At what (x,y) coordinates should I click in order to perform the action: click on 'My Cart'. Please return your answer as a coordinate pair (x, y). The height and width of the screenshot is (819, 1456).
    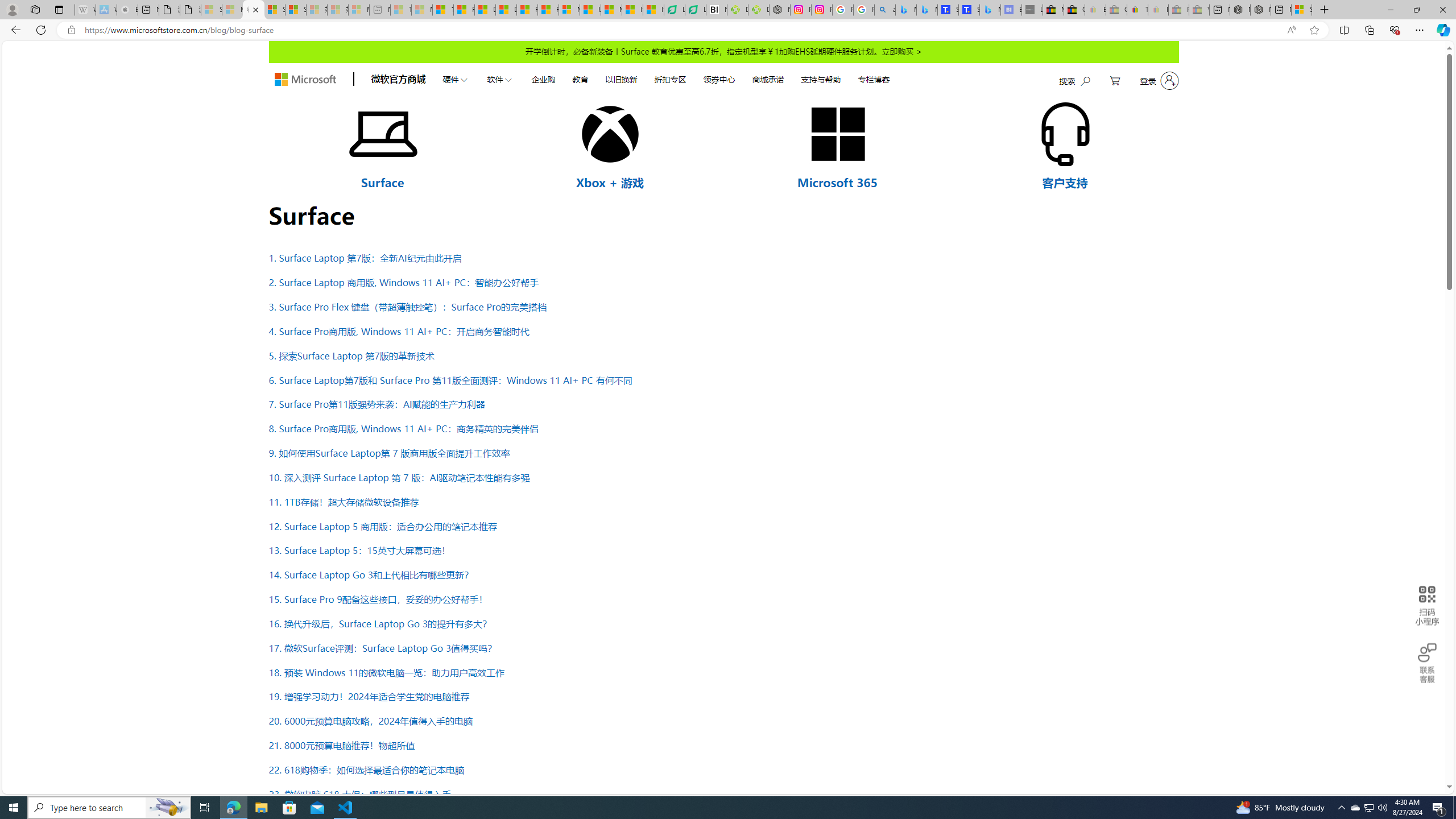
    Looking at the image, I should click on (1115, 80).